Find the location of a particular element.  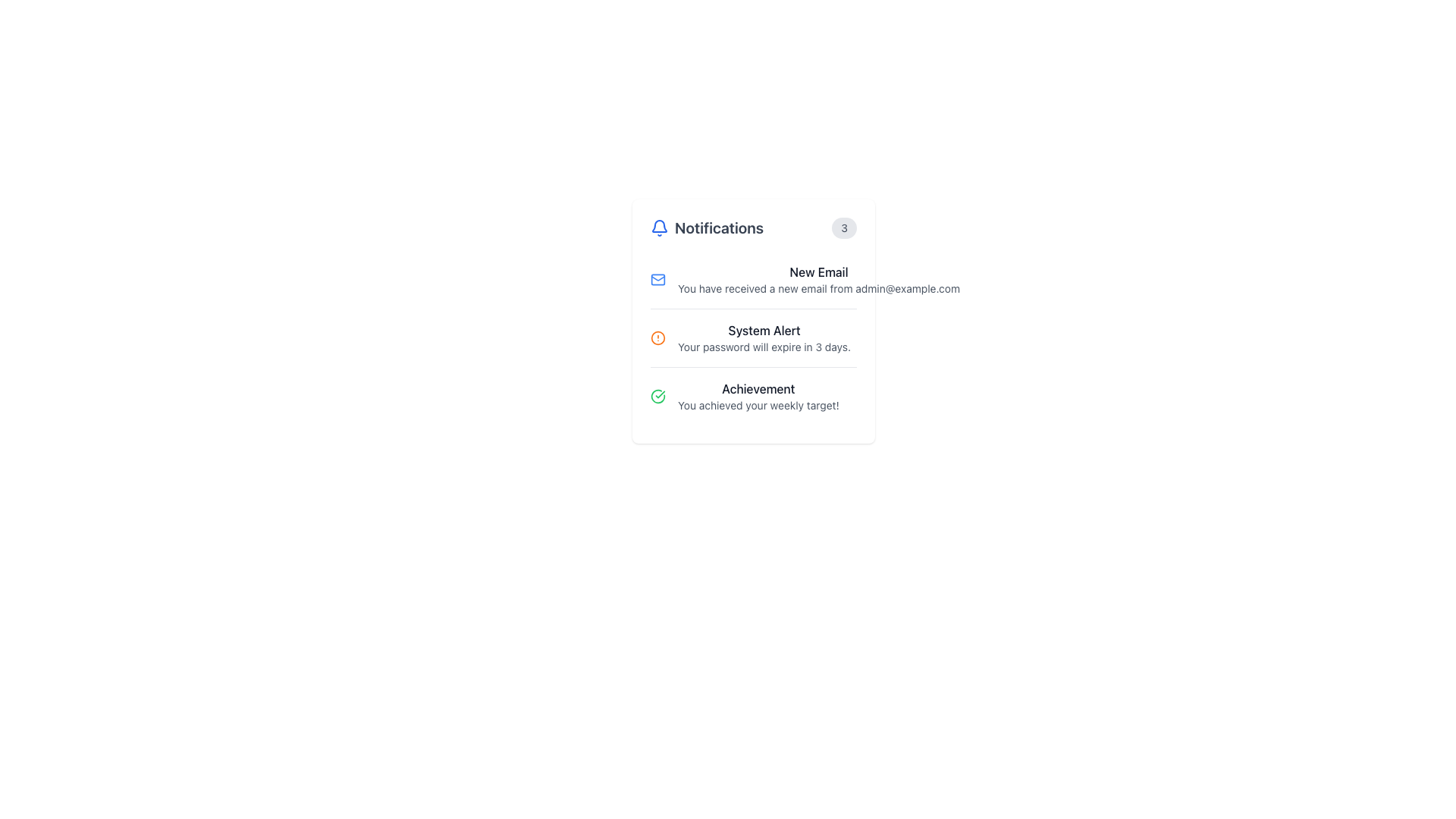

the small square-shaped envelope icon with a blue outline located to the left of the 'New Email' text in the notification panel is located at coordinates (658, 280).